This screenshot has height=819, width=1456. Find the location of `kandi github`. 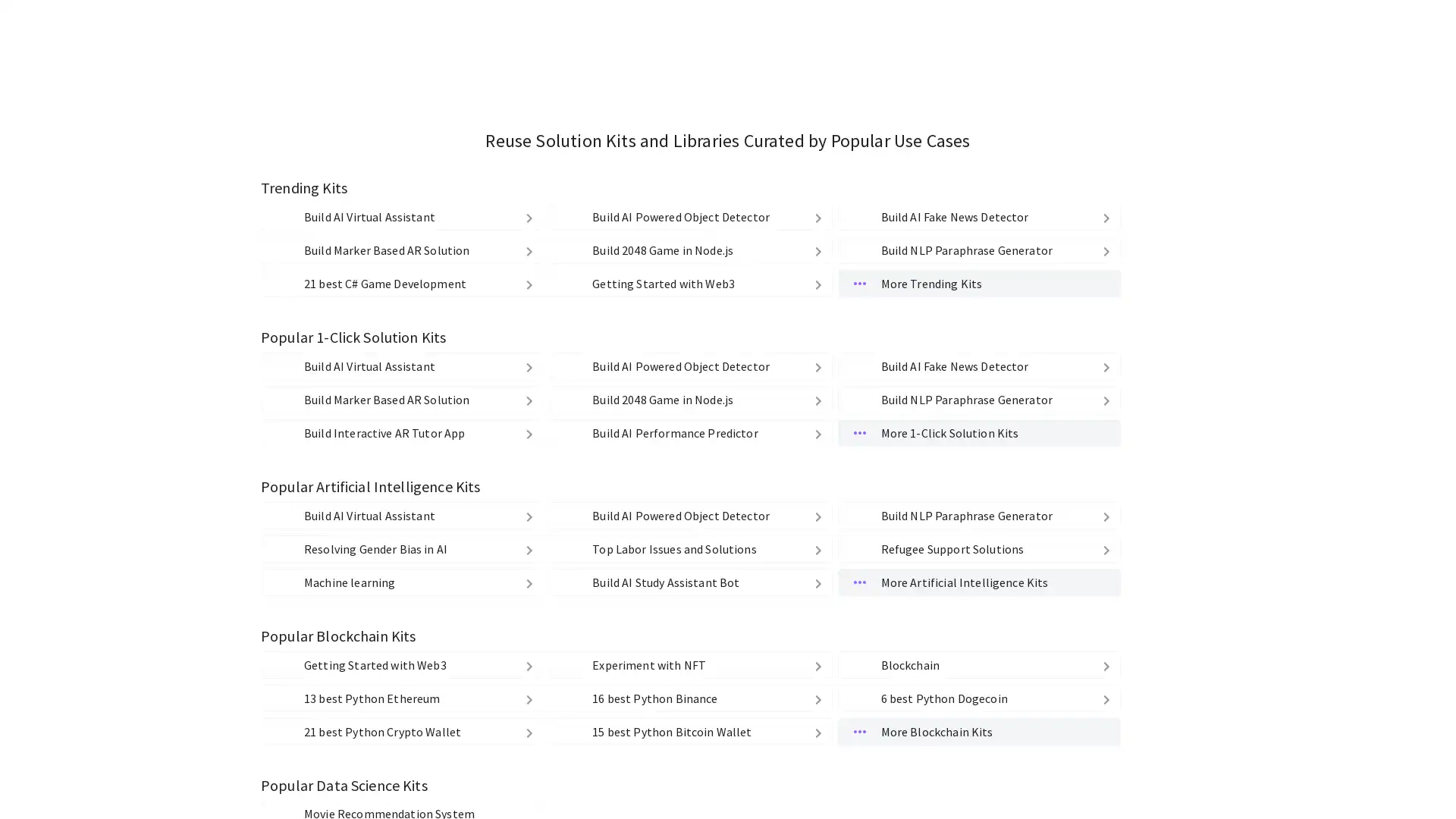

kandi github is located at coordinates (1386, 52).